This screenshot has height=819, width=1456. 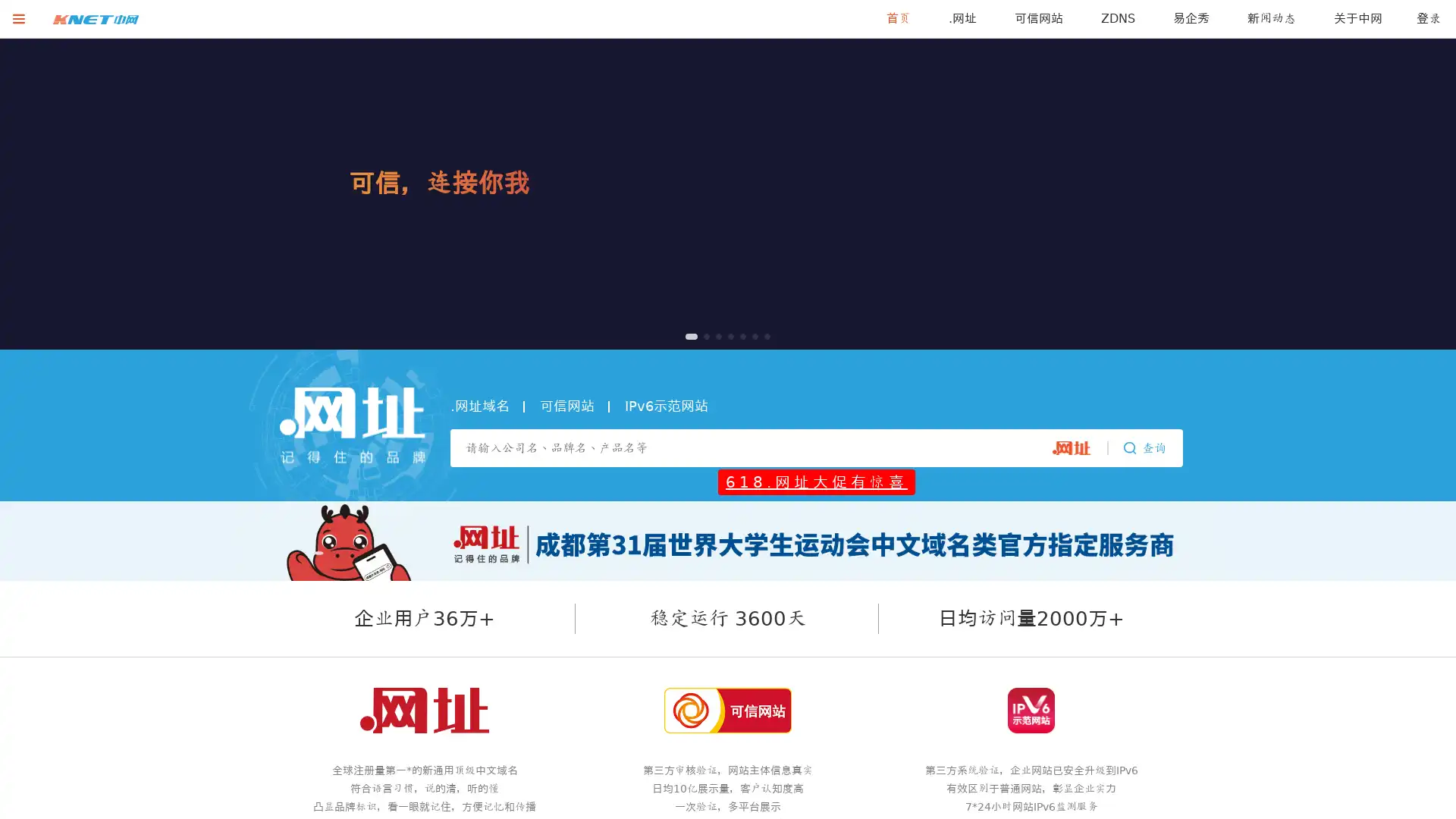 What do you see at coordinates (687, 335) in the screenshot?
I see `Go to slide 1` at bounding box center [687, 335].